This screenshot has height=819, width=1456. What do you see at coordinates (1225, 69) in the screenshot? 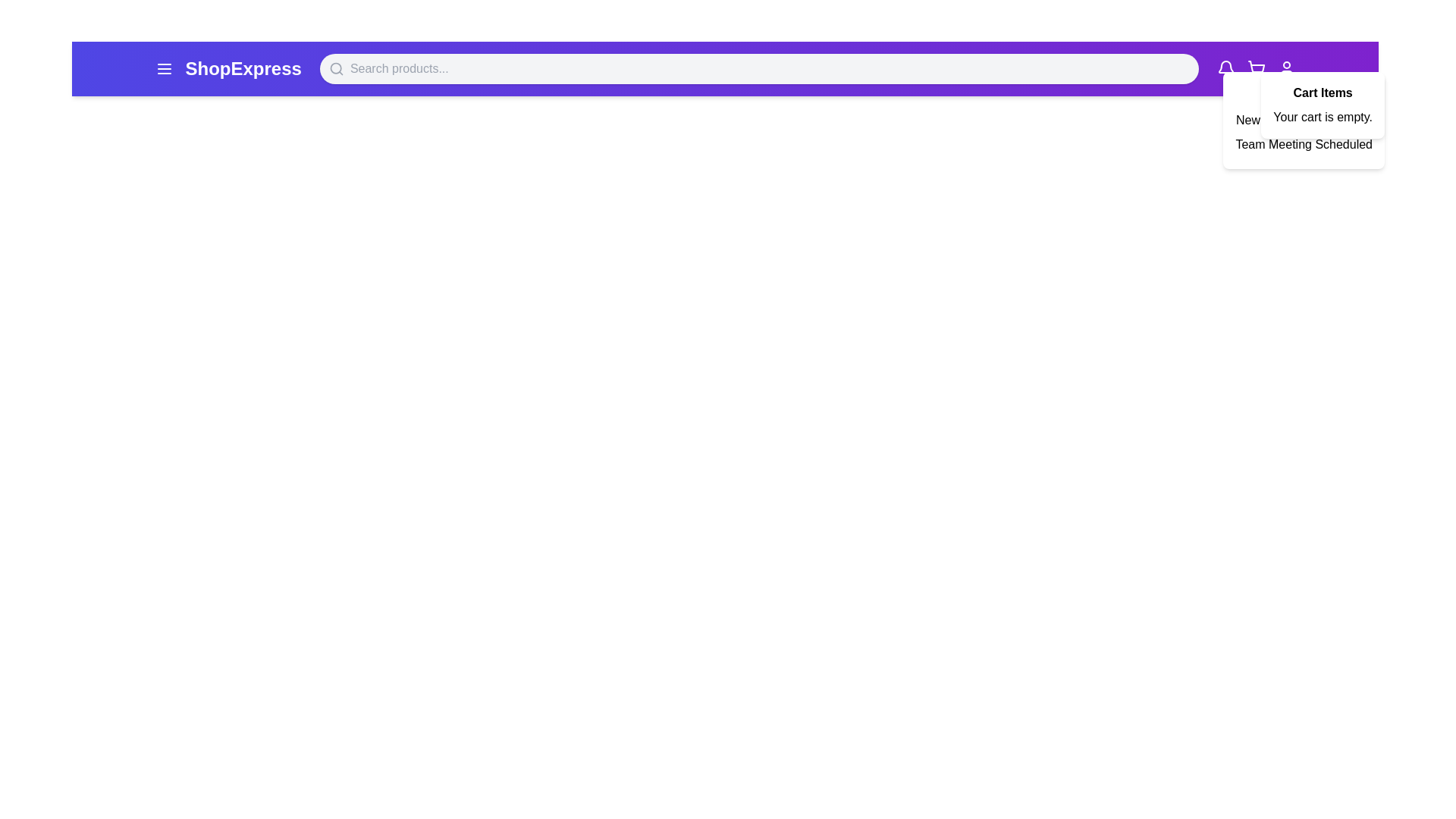
I see `the notification bell icon to toggle the notifications panel` at bounding box center [1225, 69].